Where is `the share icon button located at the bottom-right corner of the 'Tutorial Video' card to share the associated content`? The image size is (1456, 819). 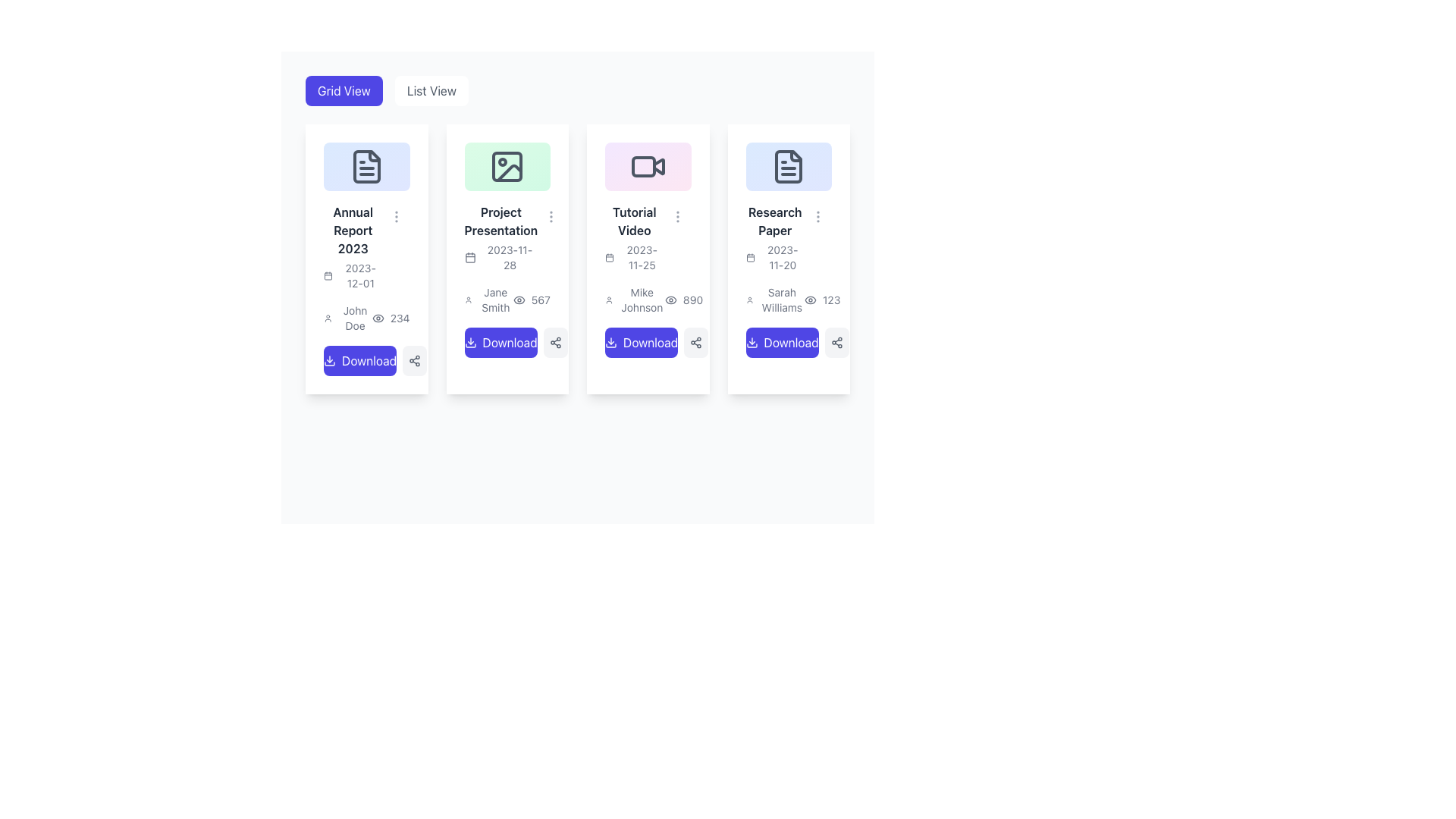
the share icon button located at the bottom-right corner of the 'Tutorial Video' card to share the associated content is located at coordinates (695, 342).